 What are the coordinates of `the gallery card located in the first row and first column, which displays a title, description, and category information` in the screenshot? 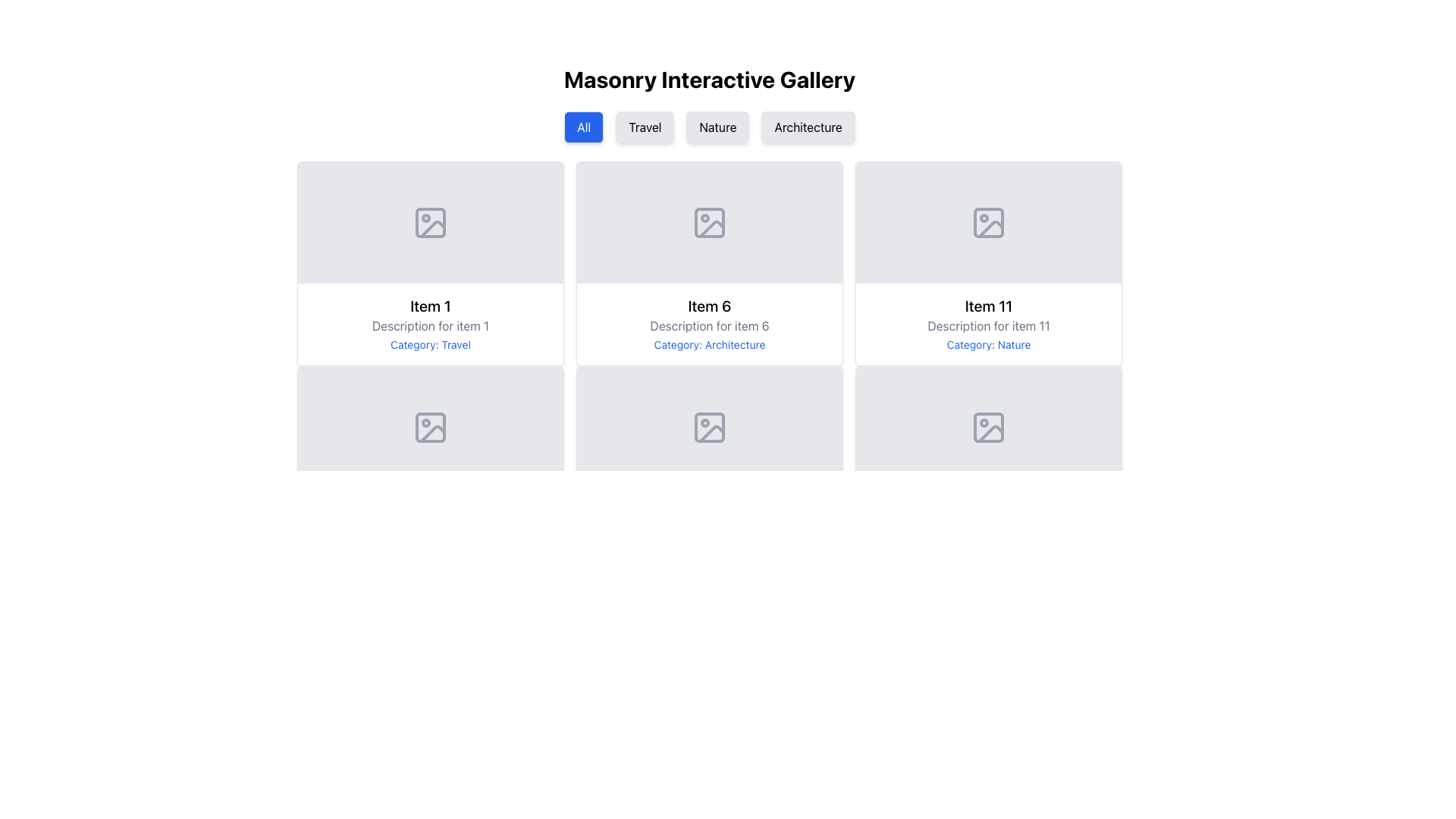 It's located at (429, 262).